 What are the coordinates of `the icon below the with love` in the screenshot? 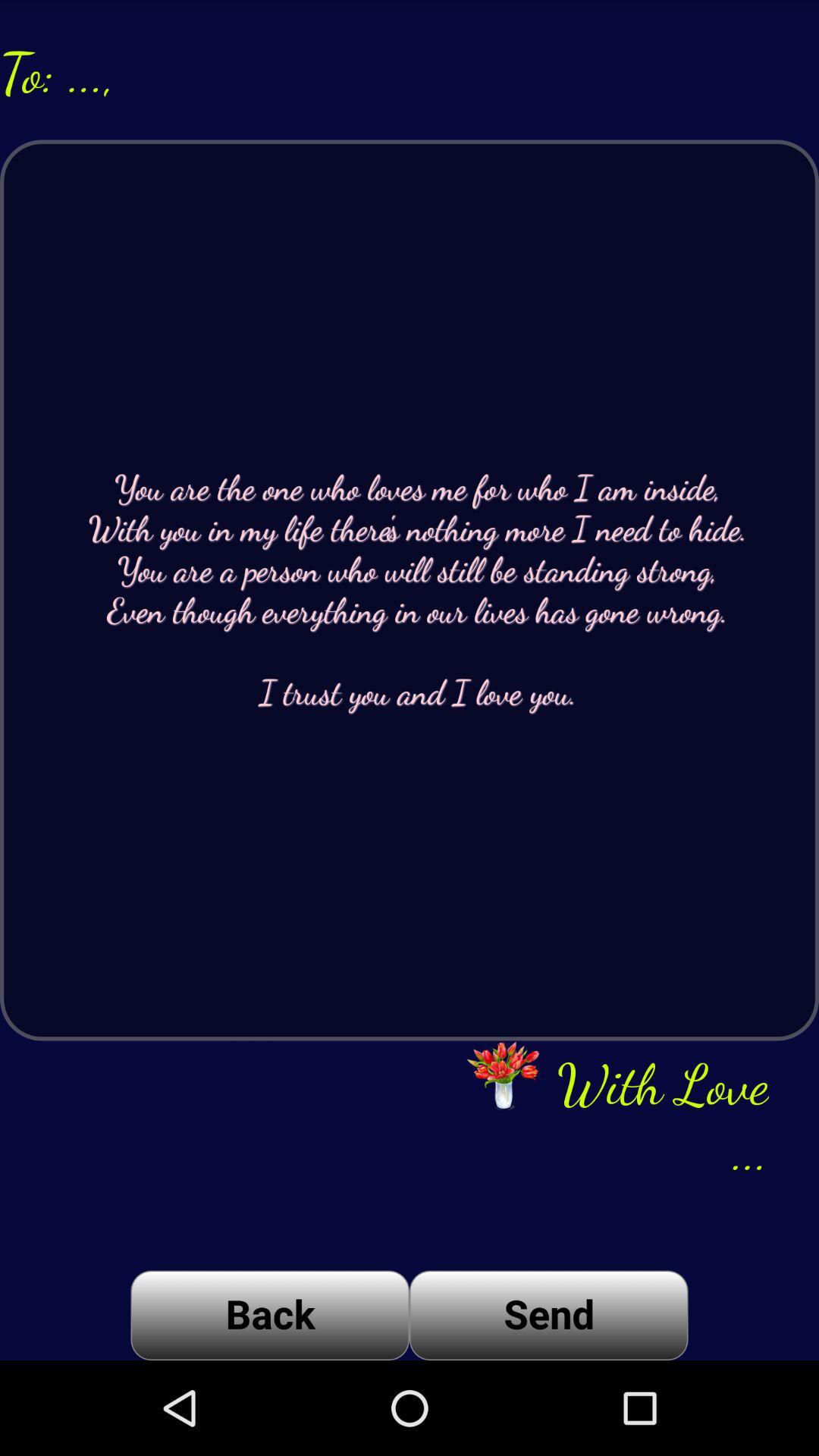 It's located at (548, 1314).